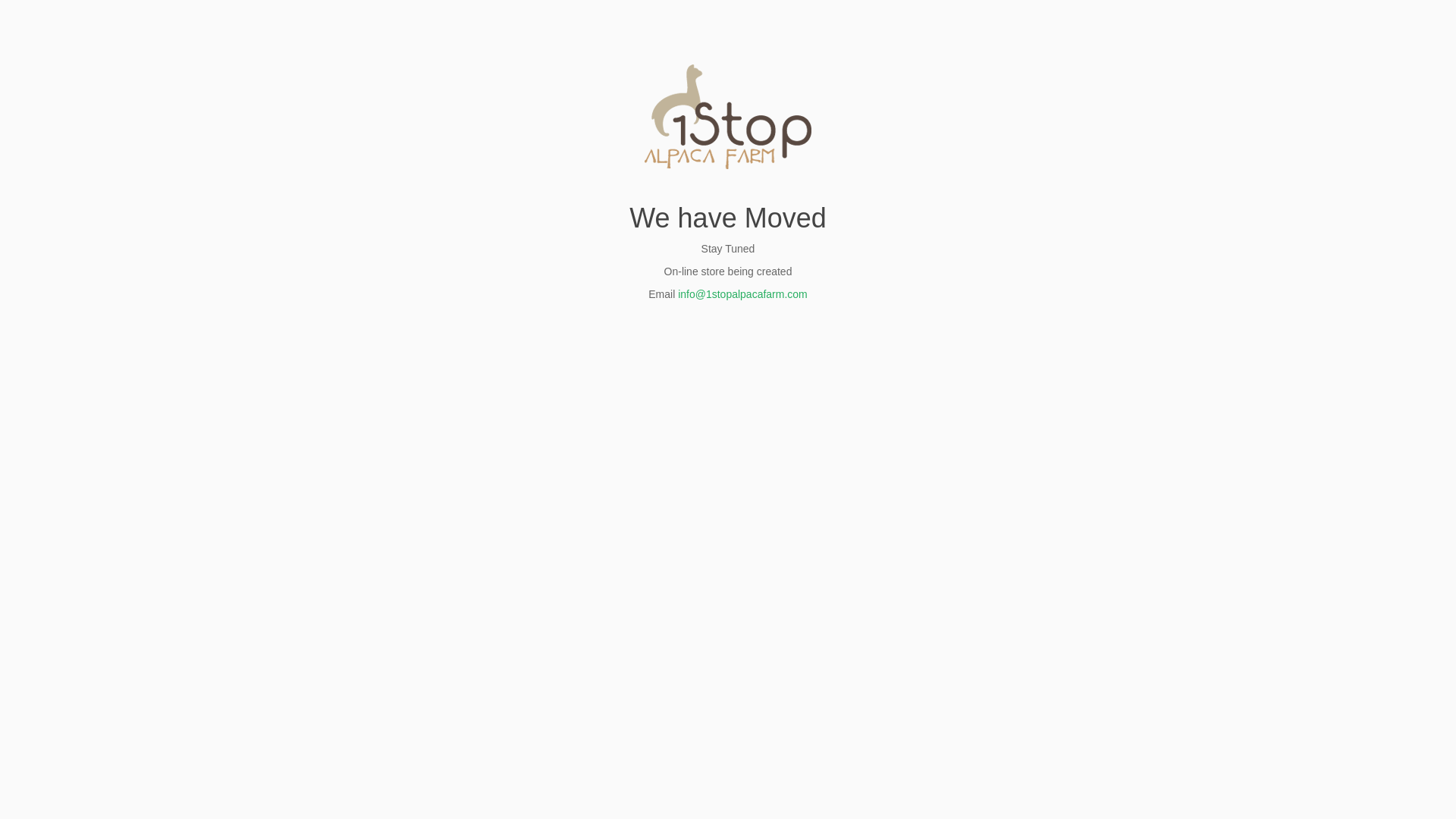  What do you see at coordinates (676, 294) in the screenshot?
I see `'info@1stopalpacafarm.com'` at bounding box center [676, 294].